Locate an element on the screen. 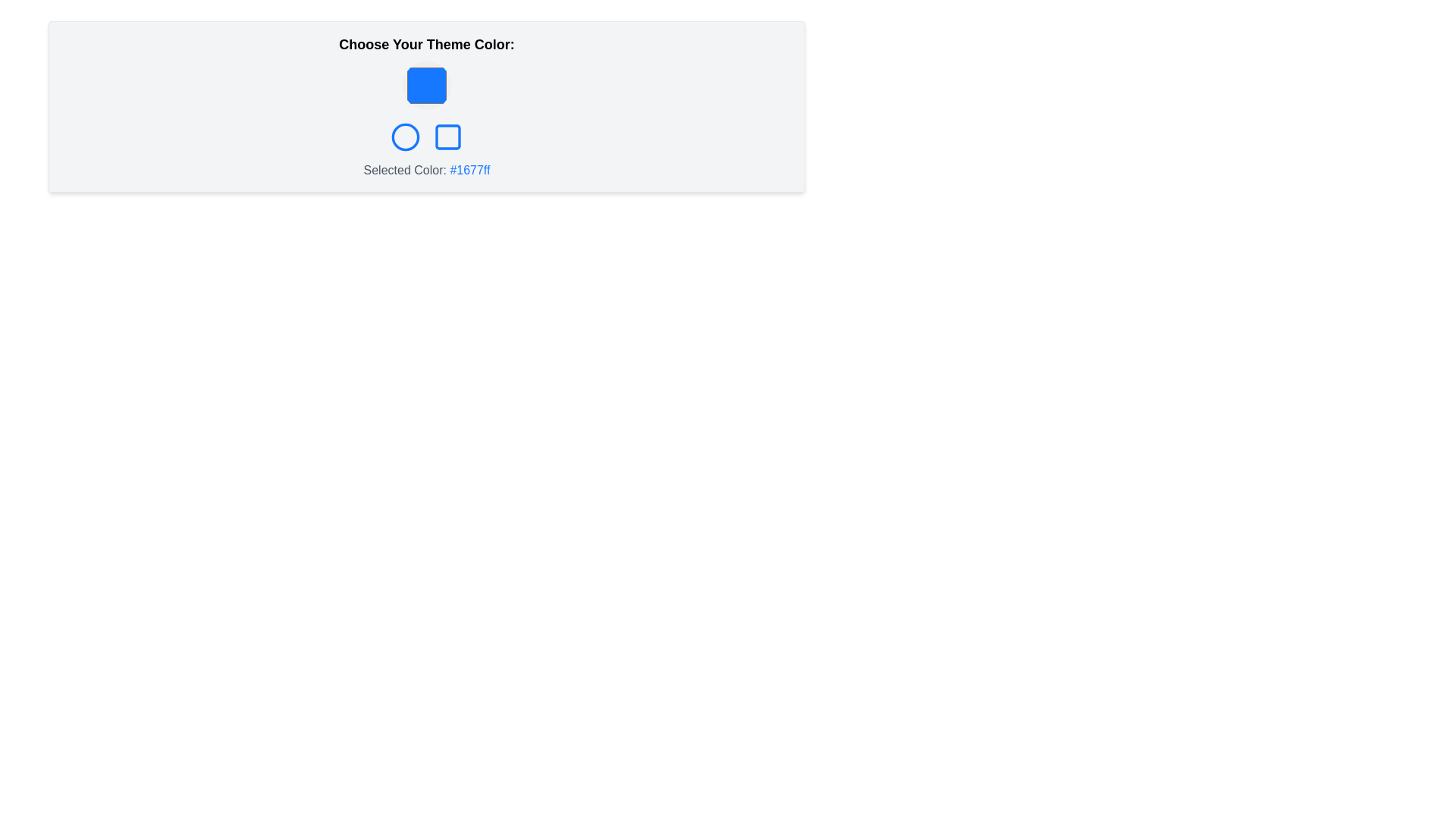 This screenshot has width=1456, height=819. the circle graphic within the Graphic Selector Component is located at coordinates (425, 137).